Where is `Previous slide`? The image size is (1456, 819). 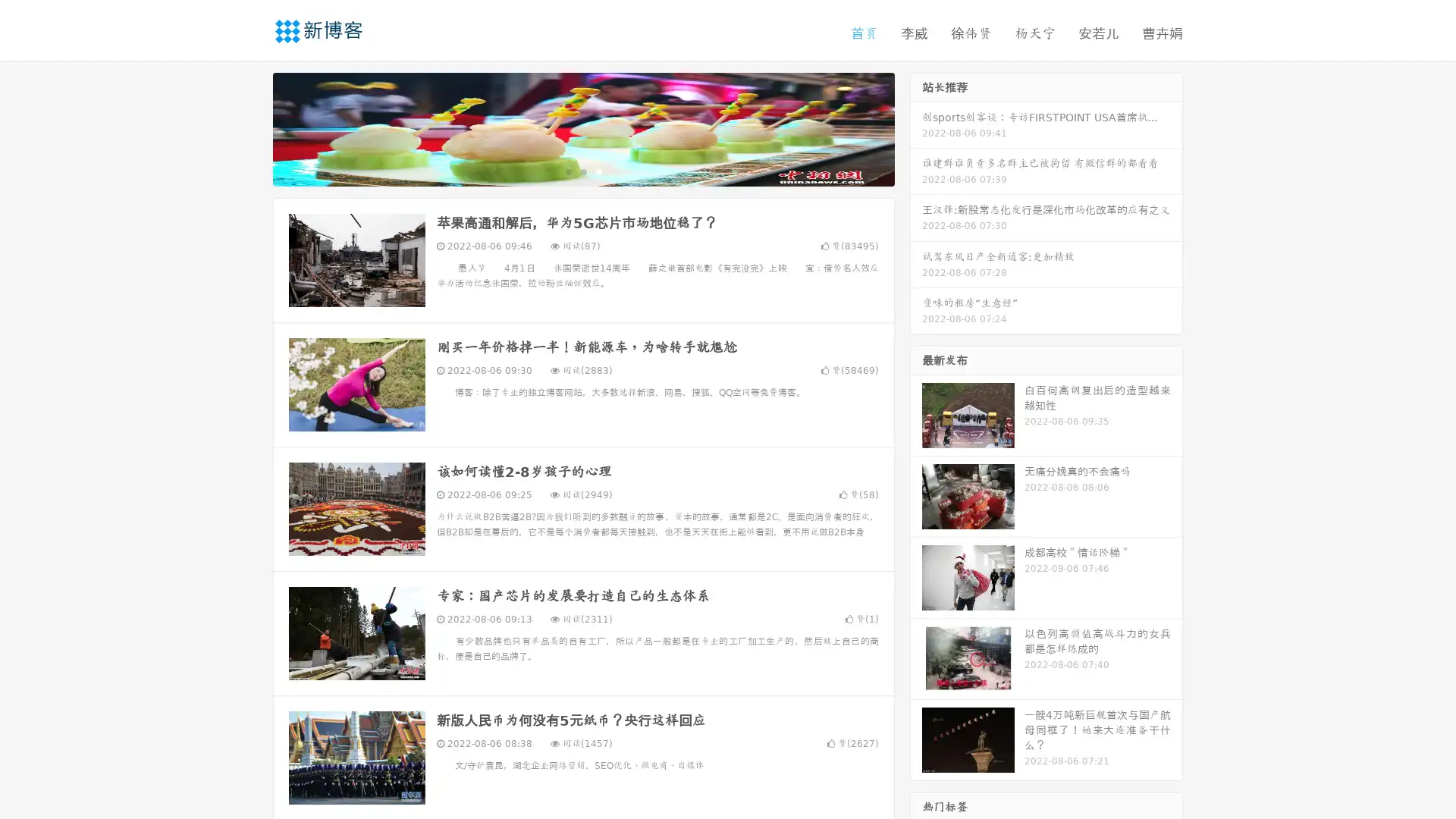 Previous slide is located at coordinates (250, 127).